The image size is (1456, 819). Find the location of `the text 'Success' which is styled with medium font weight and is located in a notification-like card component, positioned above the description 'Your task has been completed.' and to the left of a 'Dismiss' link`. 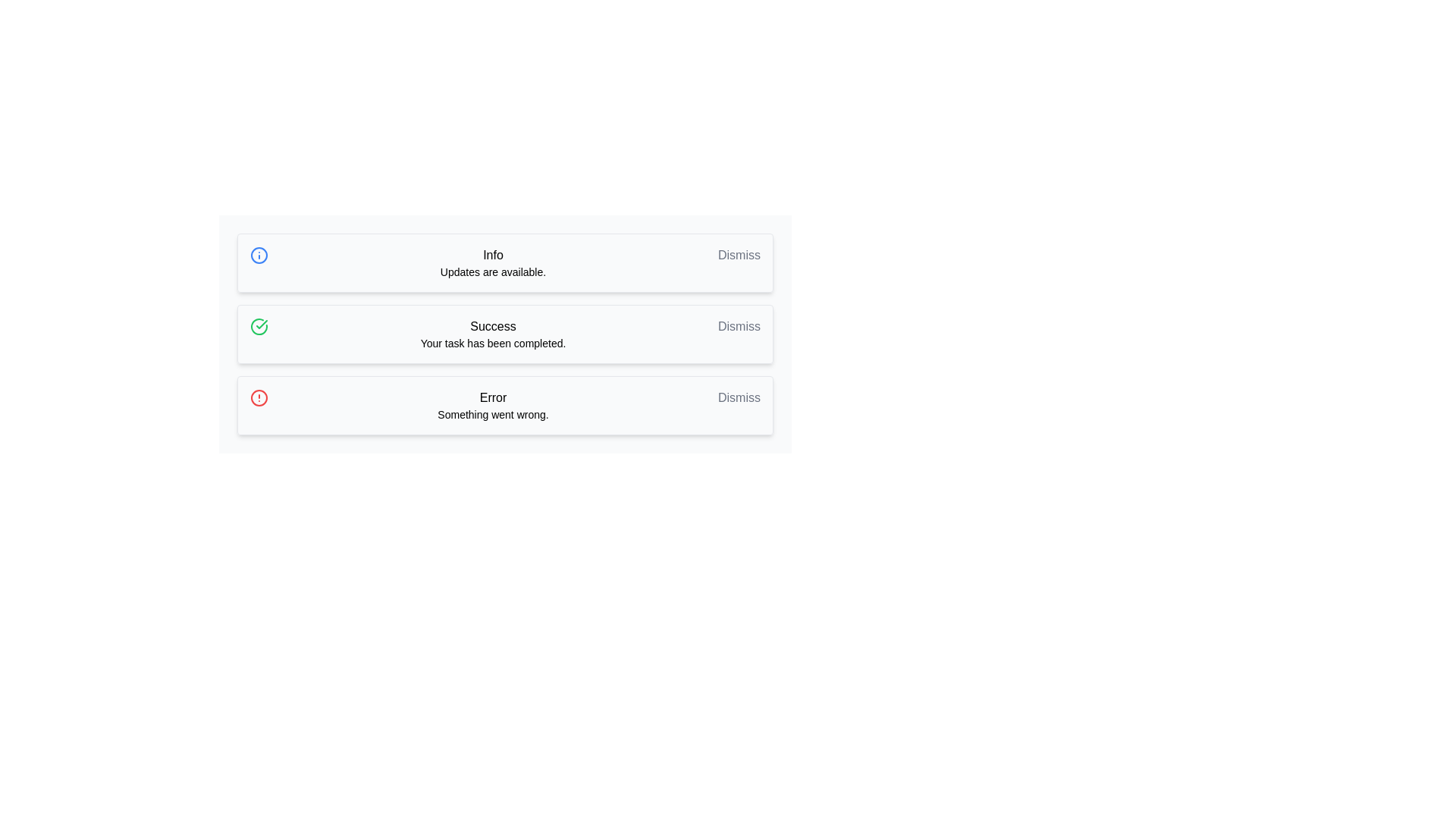

the text 'Success' which is styled with medium font weight and is located in a notification-like card component, positioned above the description 'Your task has been completed.' and to the left of a 'Dismiss' link is located at coordinates (493, 326).